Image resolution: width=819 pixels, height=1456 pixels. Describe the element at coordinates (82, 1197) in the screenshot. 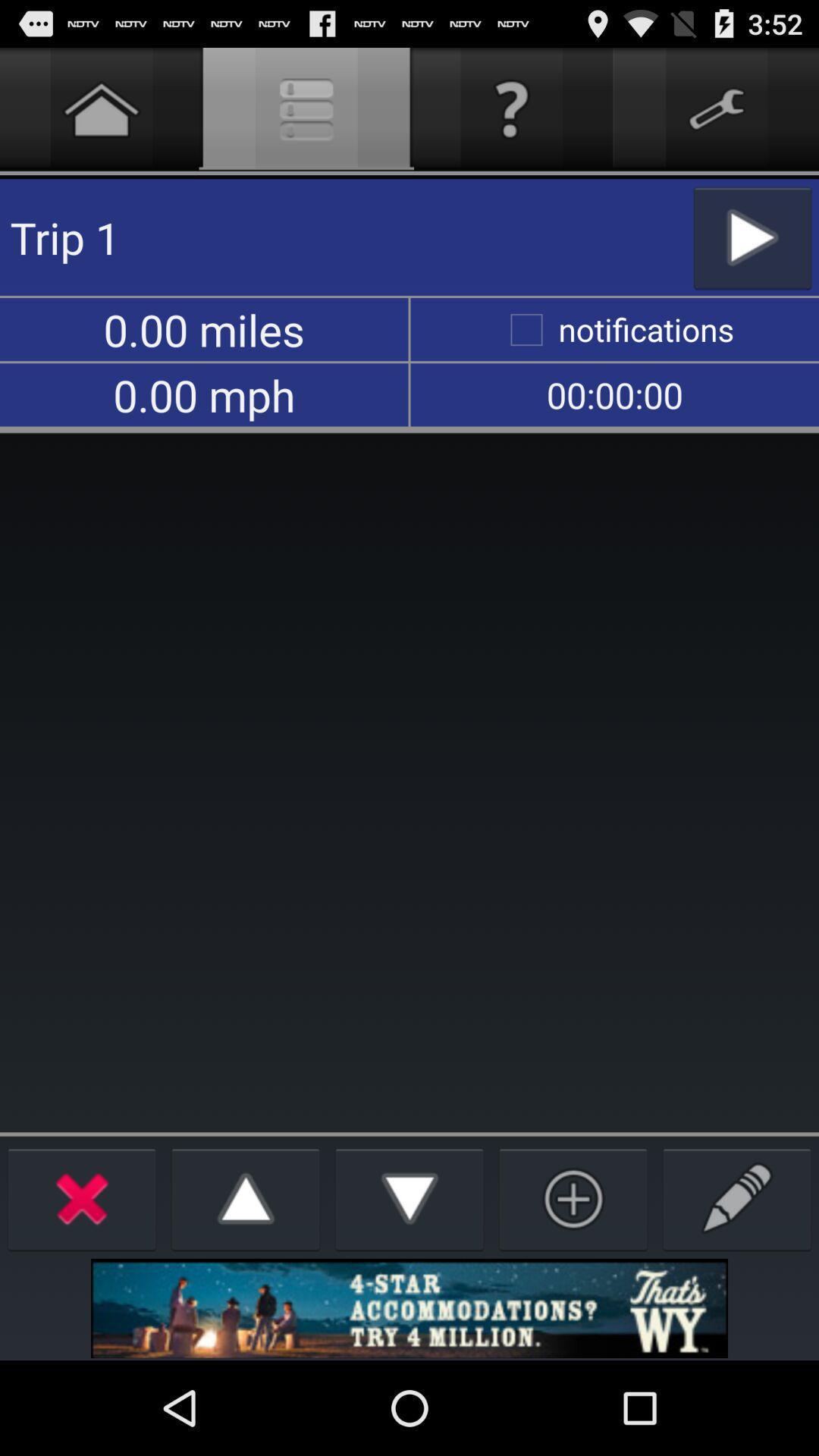

I see `cancel` at that location.